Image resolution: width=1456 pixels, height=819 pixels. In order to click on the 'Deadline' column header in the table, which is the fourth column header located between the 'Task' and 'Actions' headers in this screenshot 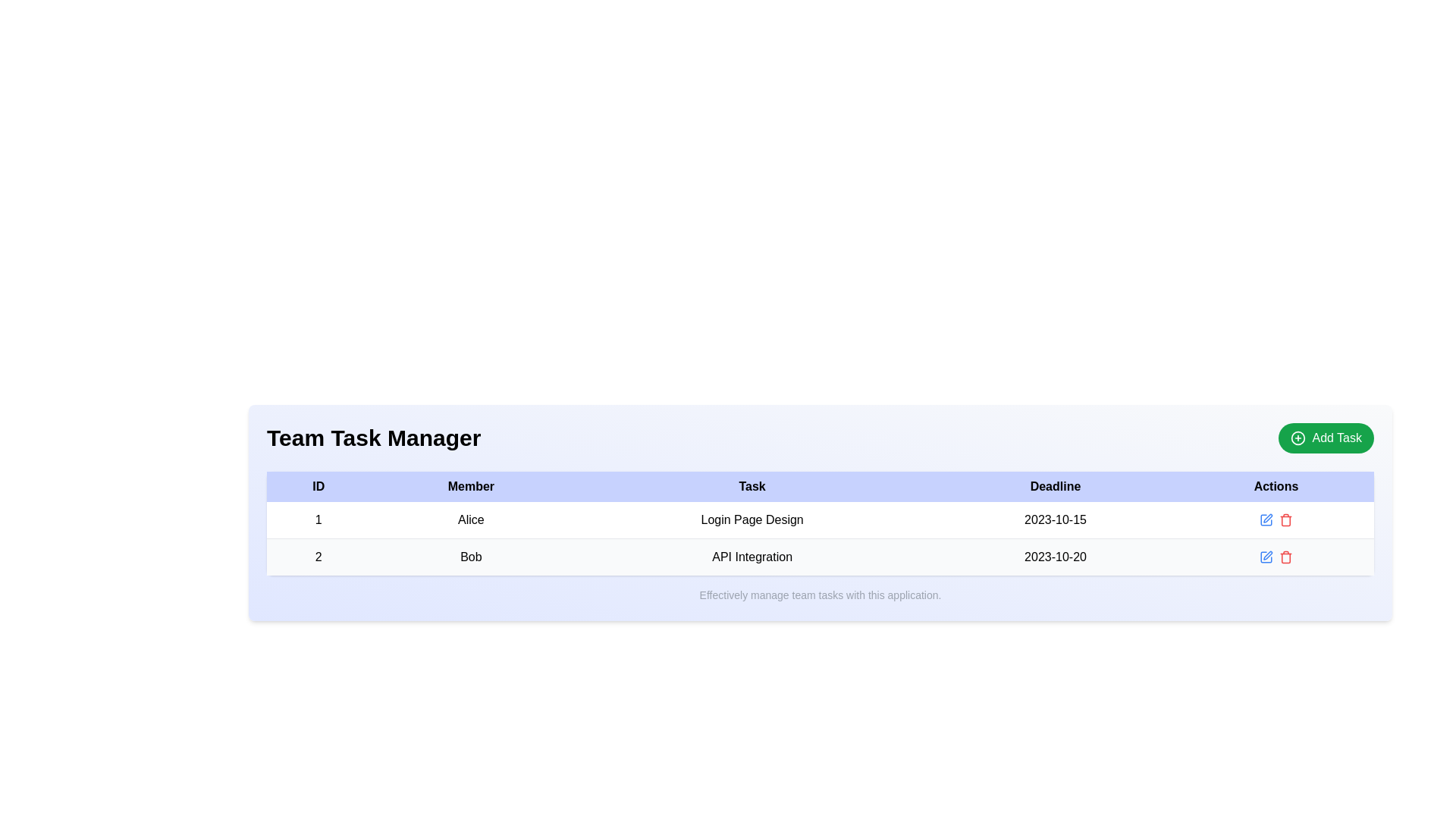, I will do `click(1055, 486)`.